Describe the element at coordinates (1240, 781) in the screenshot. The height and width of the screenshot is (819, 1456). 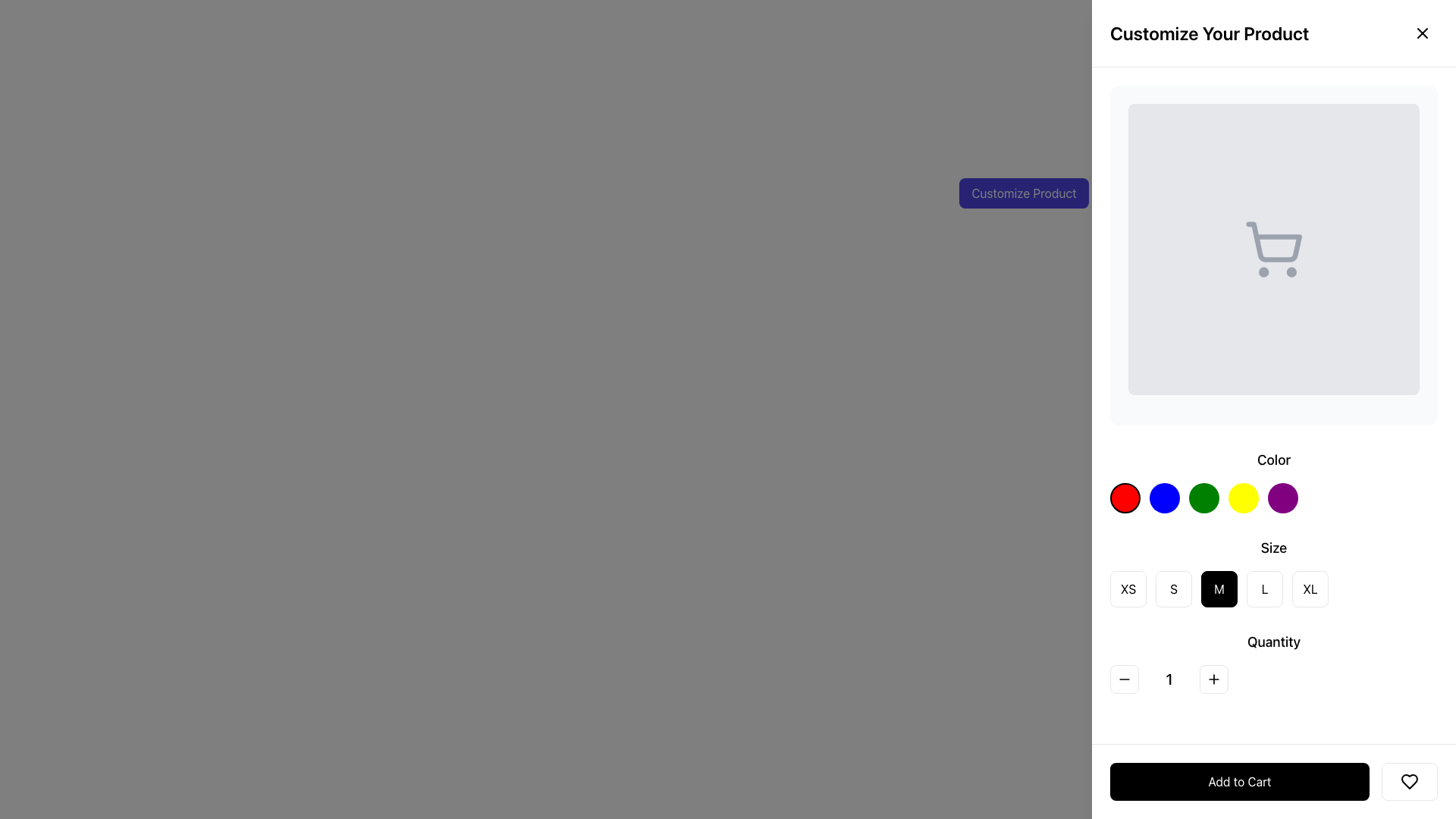
I see `keyboard navigation` at that location.